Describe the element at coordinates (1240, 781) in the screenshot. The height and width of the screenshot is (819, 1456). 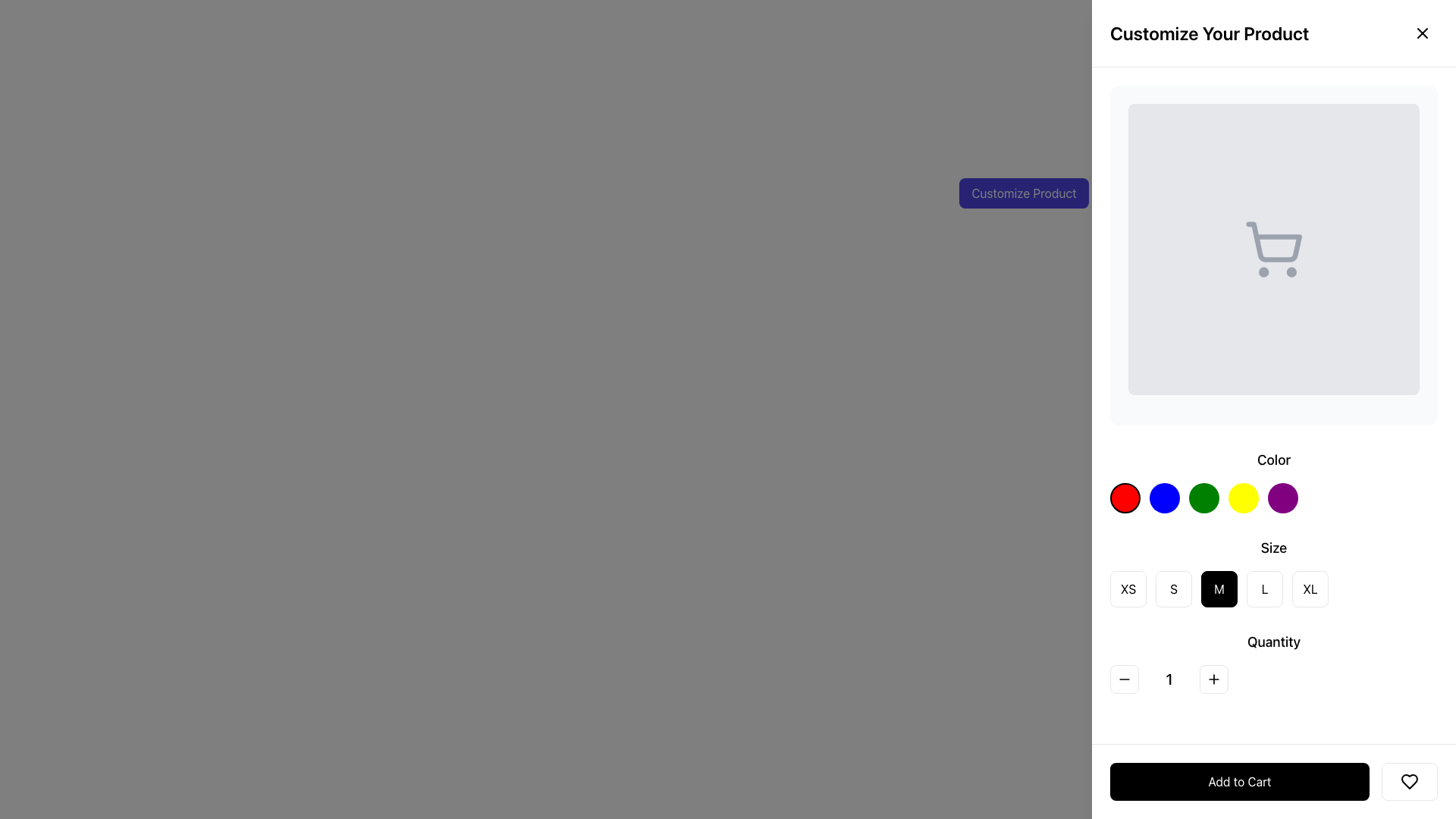
I see `keyboard navigation` at that location.